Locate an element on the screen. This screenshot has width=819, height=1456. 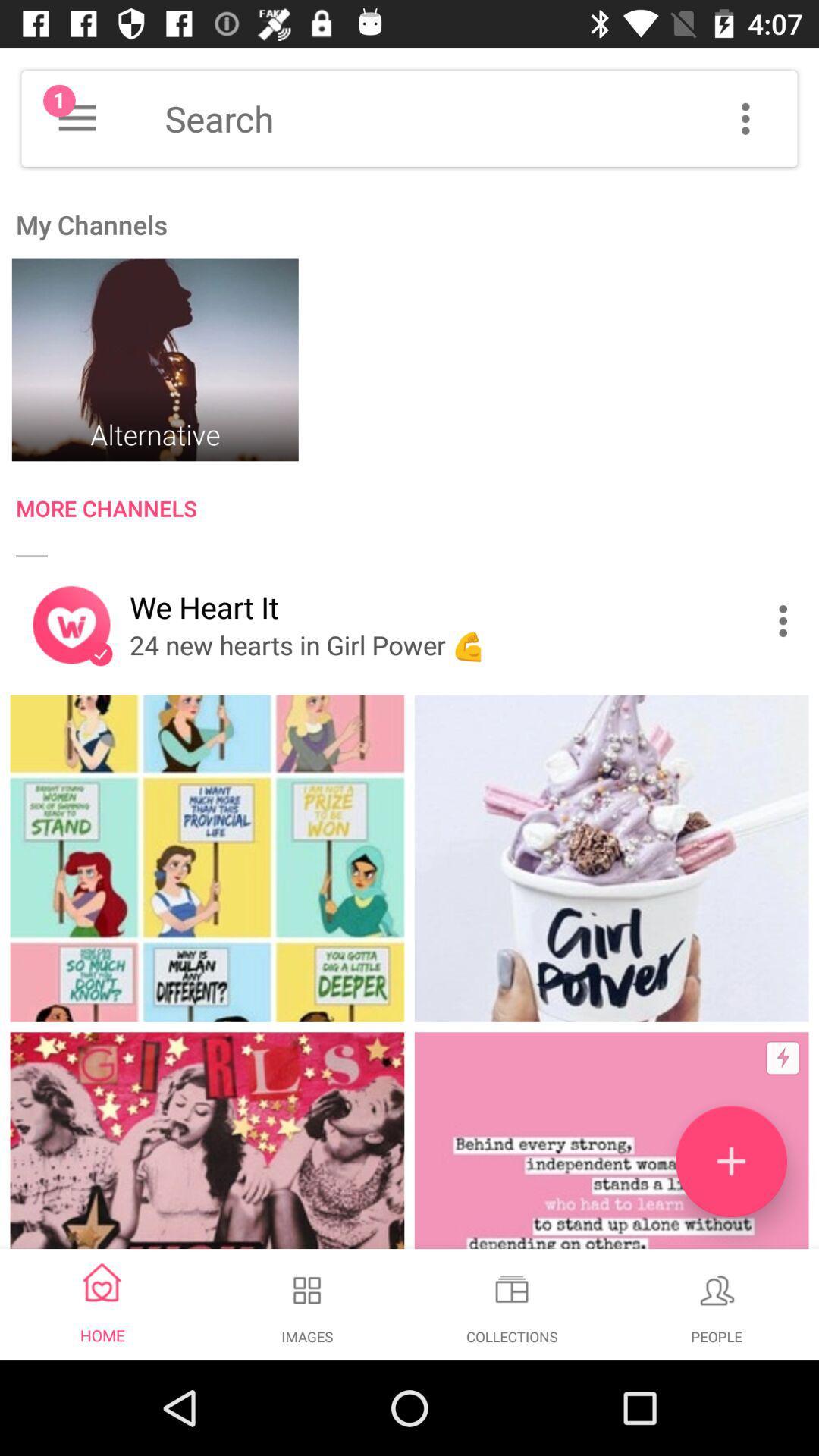
photo is located at coordinates (730, 1160).